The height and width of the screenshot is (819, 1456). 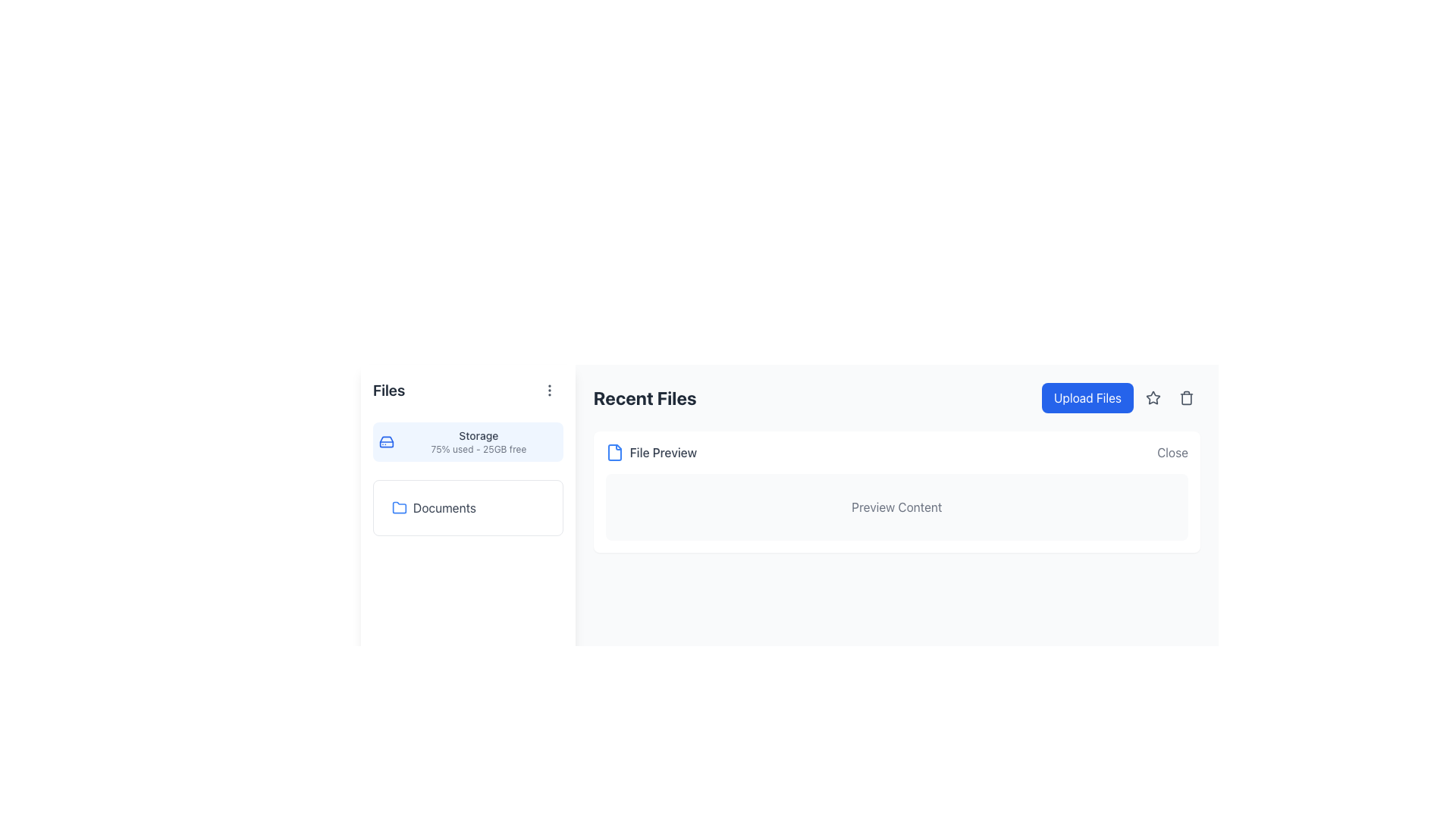 I want to click on the 'File Preview' text label located in the 'Recent Files' section, so click(x=651, y=452).